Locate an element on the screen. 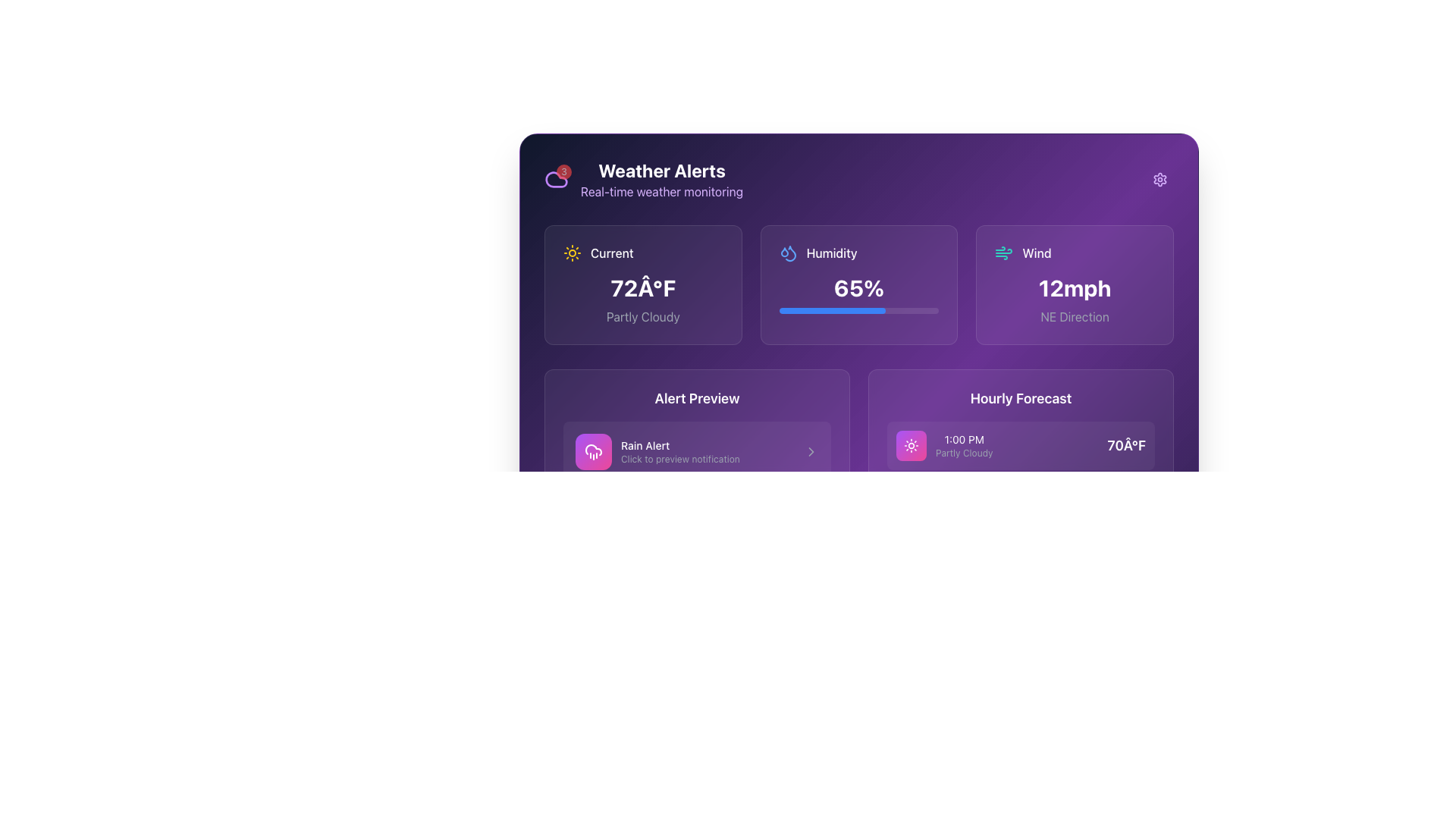  the horizontal progress bar located at the bottom part of the 'Humidity' card, directly below the text '65%', which is approximately two-thirds filled with a blue color is located at coordinates (858, 309).